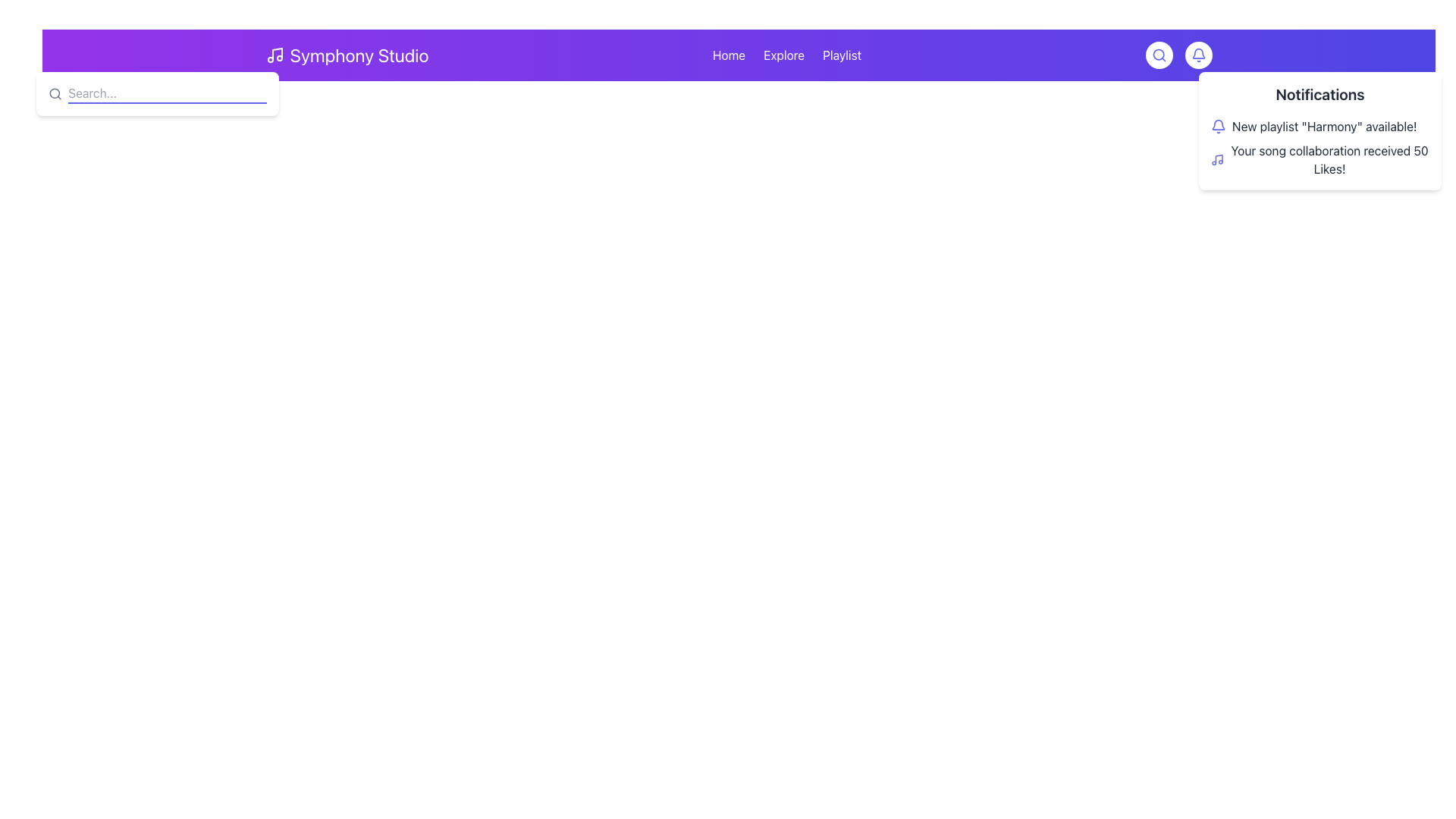 The image size is (1456, 819). I want to click on the musical theme icon at the start of the notification stating 'Your song collaboration received 50 Likes!' in the notifications dropdown menu, so click(1217, 160).